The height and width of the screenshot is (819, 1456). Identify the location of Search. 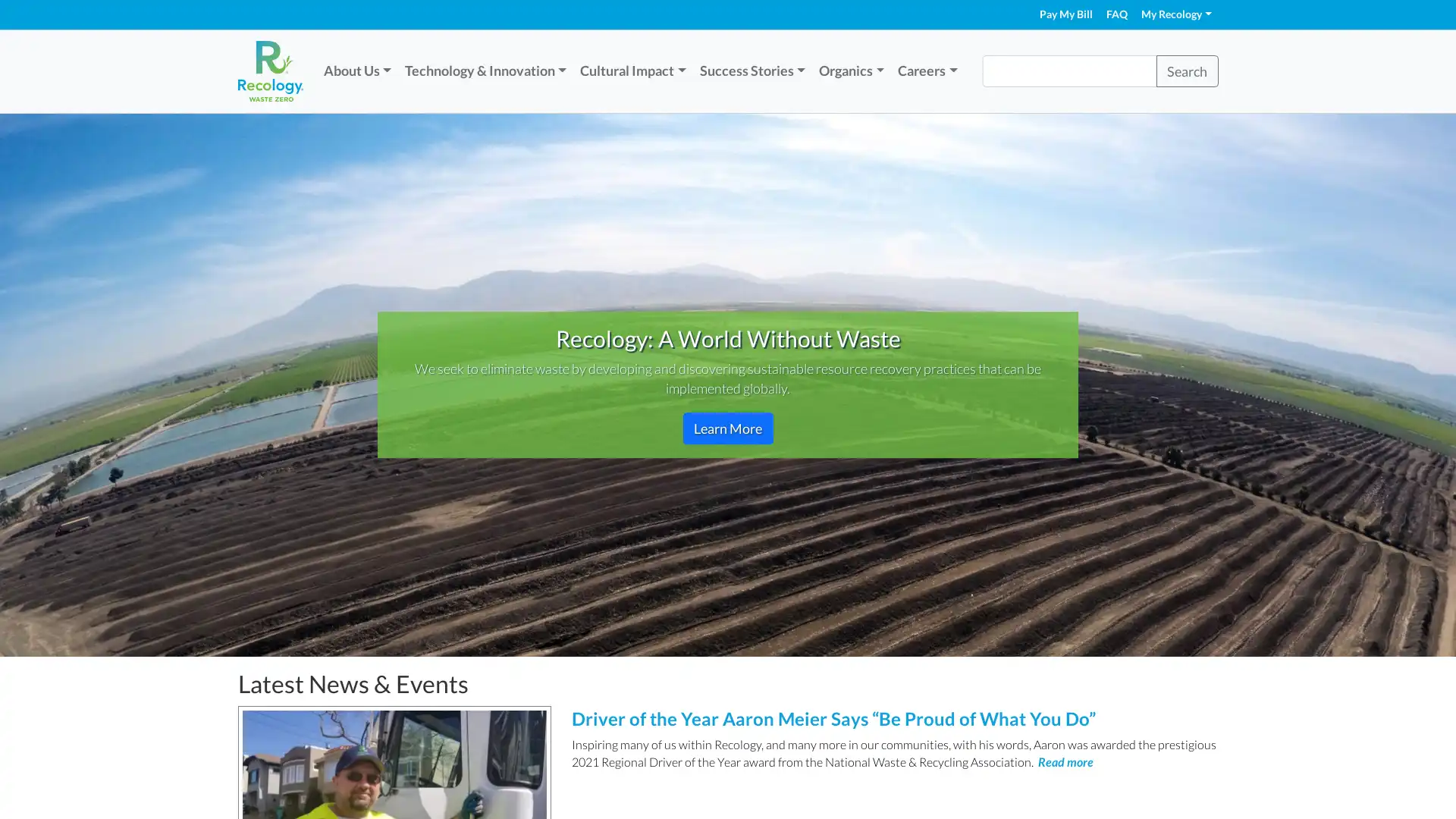
(1185, 71).